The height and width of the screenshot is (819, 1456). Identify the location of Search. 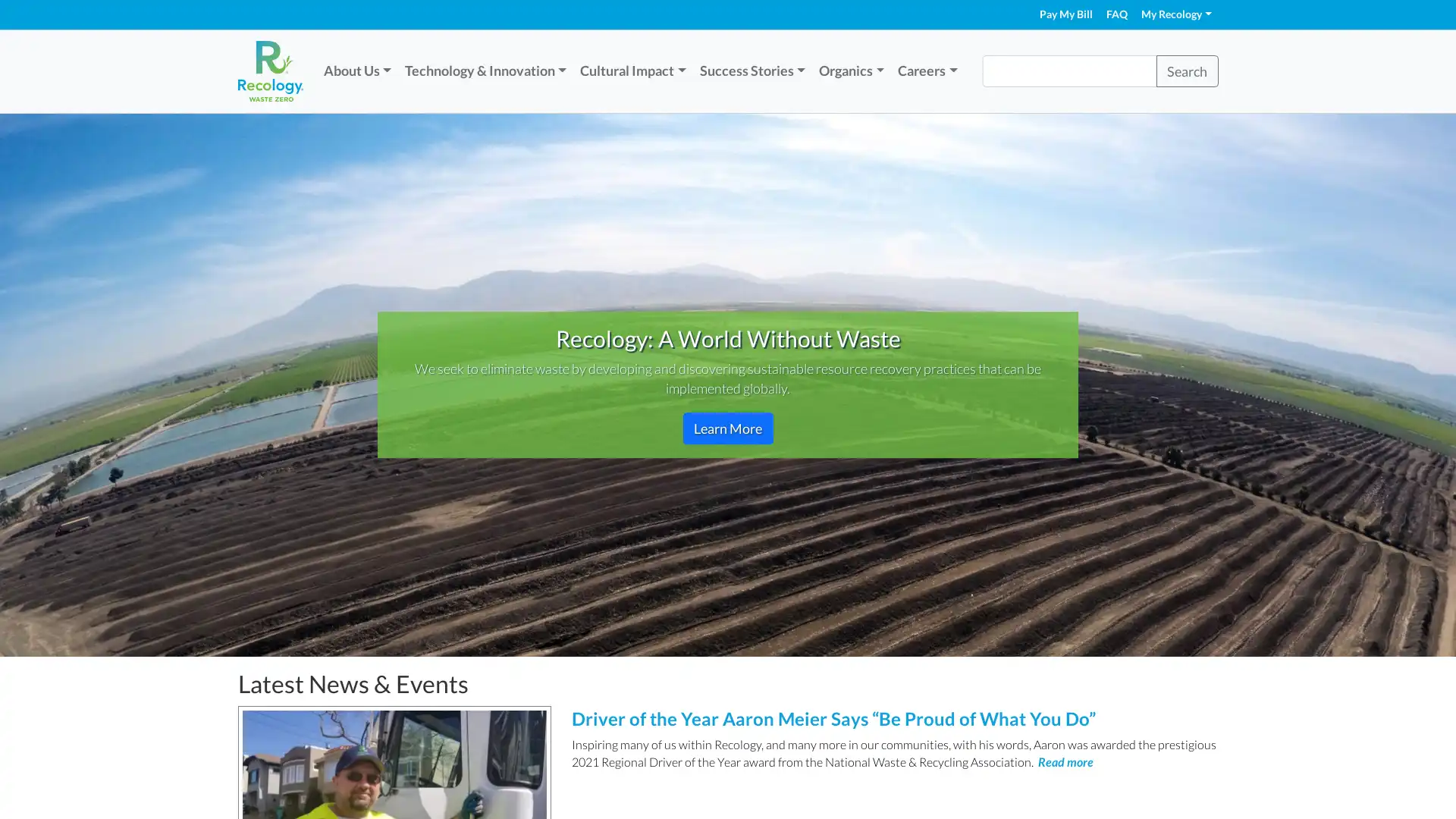
(1185, 71).